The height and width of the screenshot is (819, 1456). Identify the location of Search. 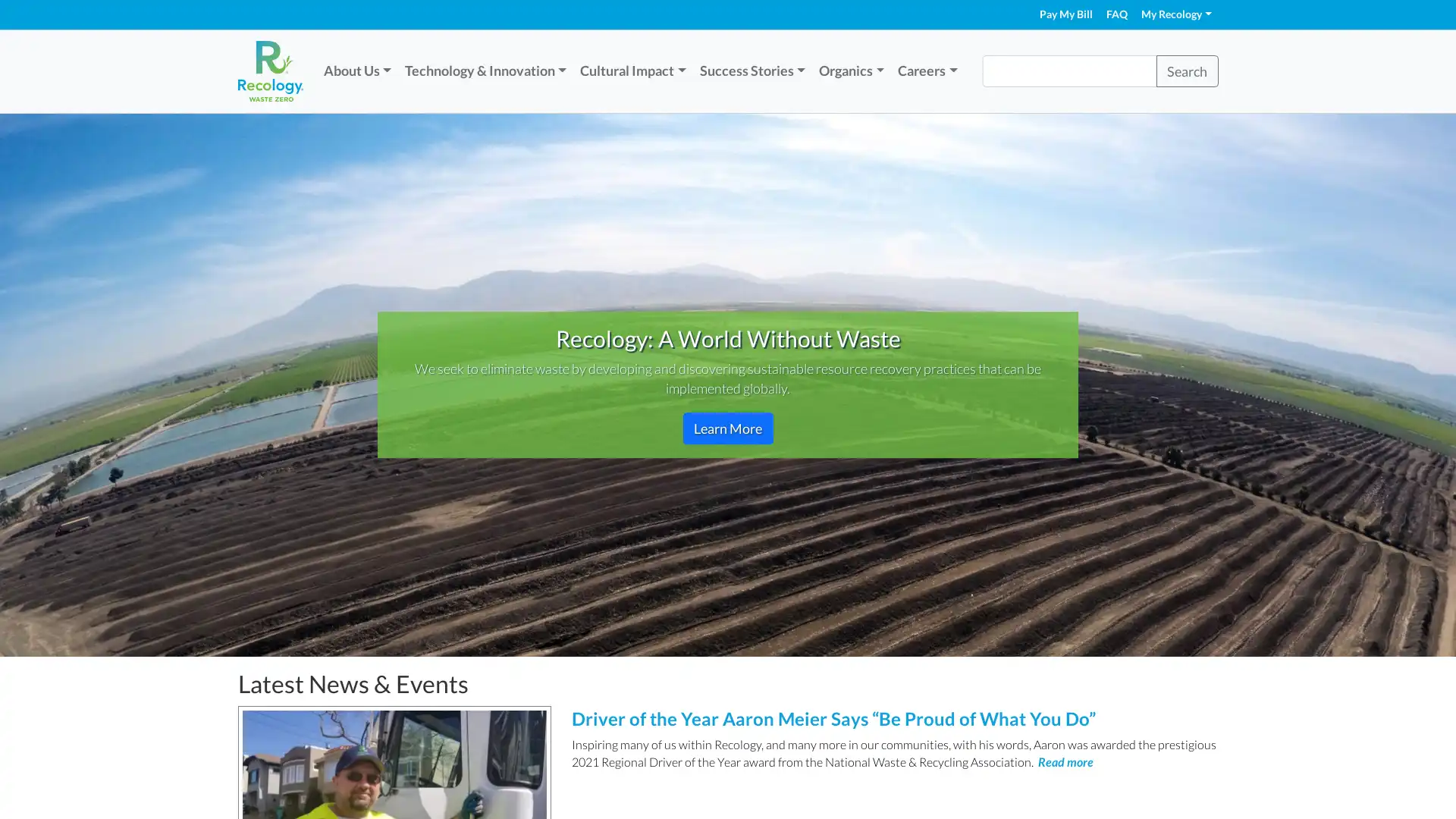
(1185, 71).